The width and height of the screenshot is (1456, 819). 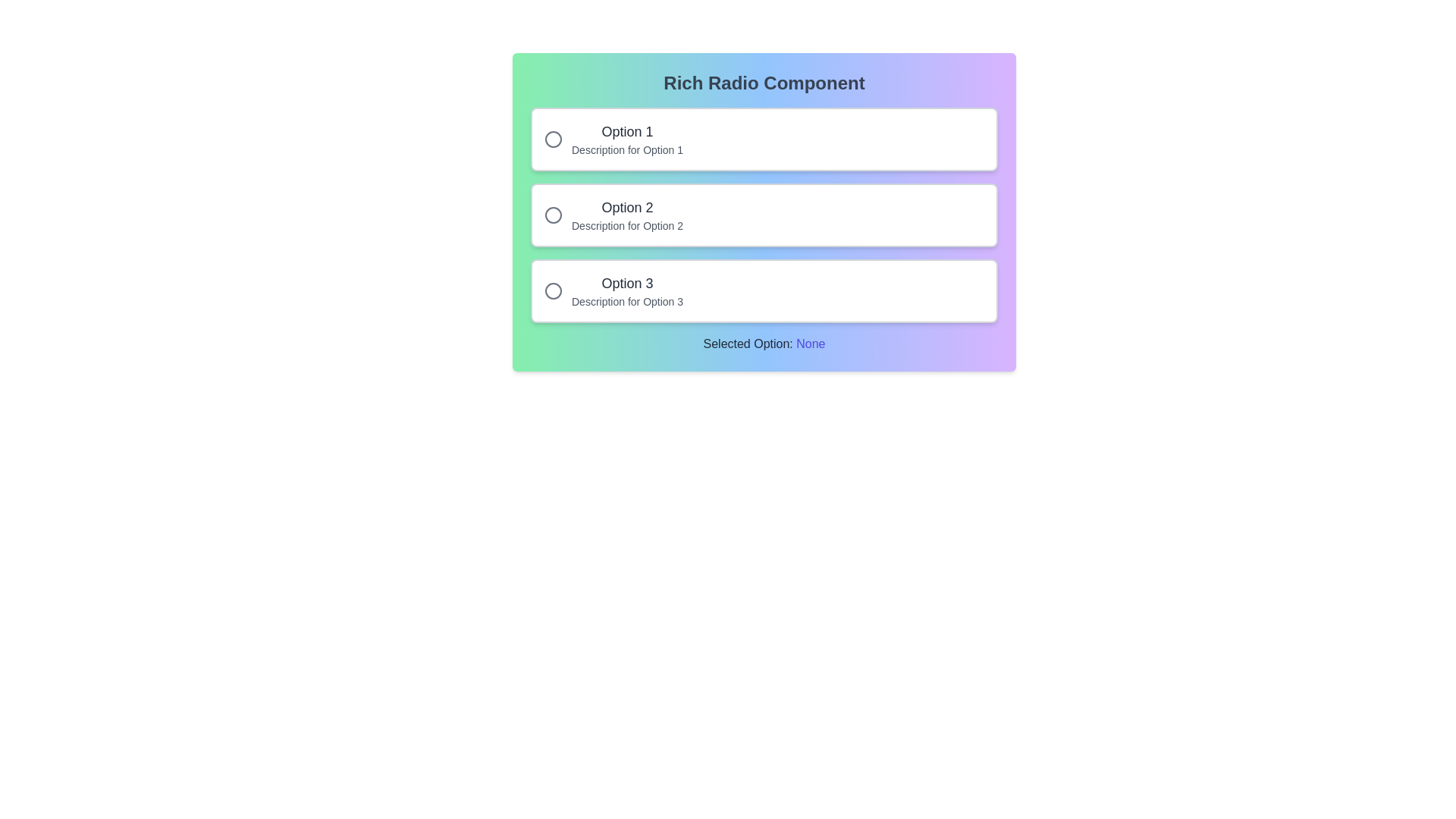 What do you see at coordinates (627, 130) in the screenshot?
I see `the first text label of the first radio button option in the multiple-choice component, located above the descriptive text 'Description for Option 1'` at bounding box center [627, 130].